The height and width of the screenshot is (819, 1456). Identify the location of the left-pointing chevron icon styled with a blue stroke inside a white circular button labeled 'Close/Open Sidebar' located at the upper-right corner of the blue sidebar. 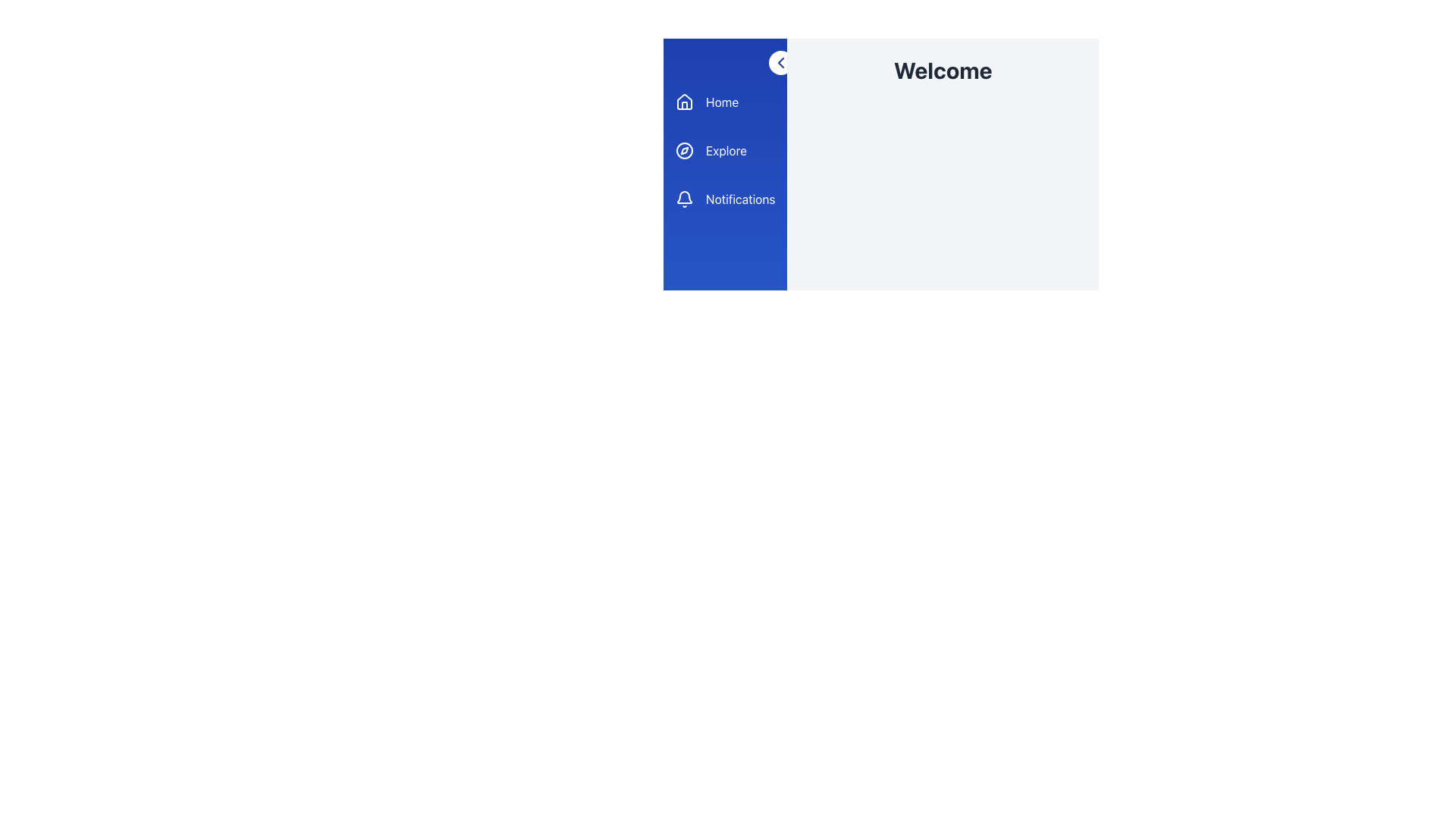
(781, 62).